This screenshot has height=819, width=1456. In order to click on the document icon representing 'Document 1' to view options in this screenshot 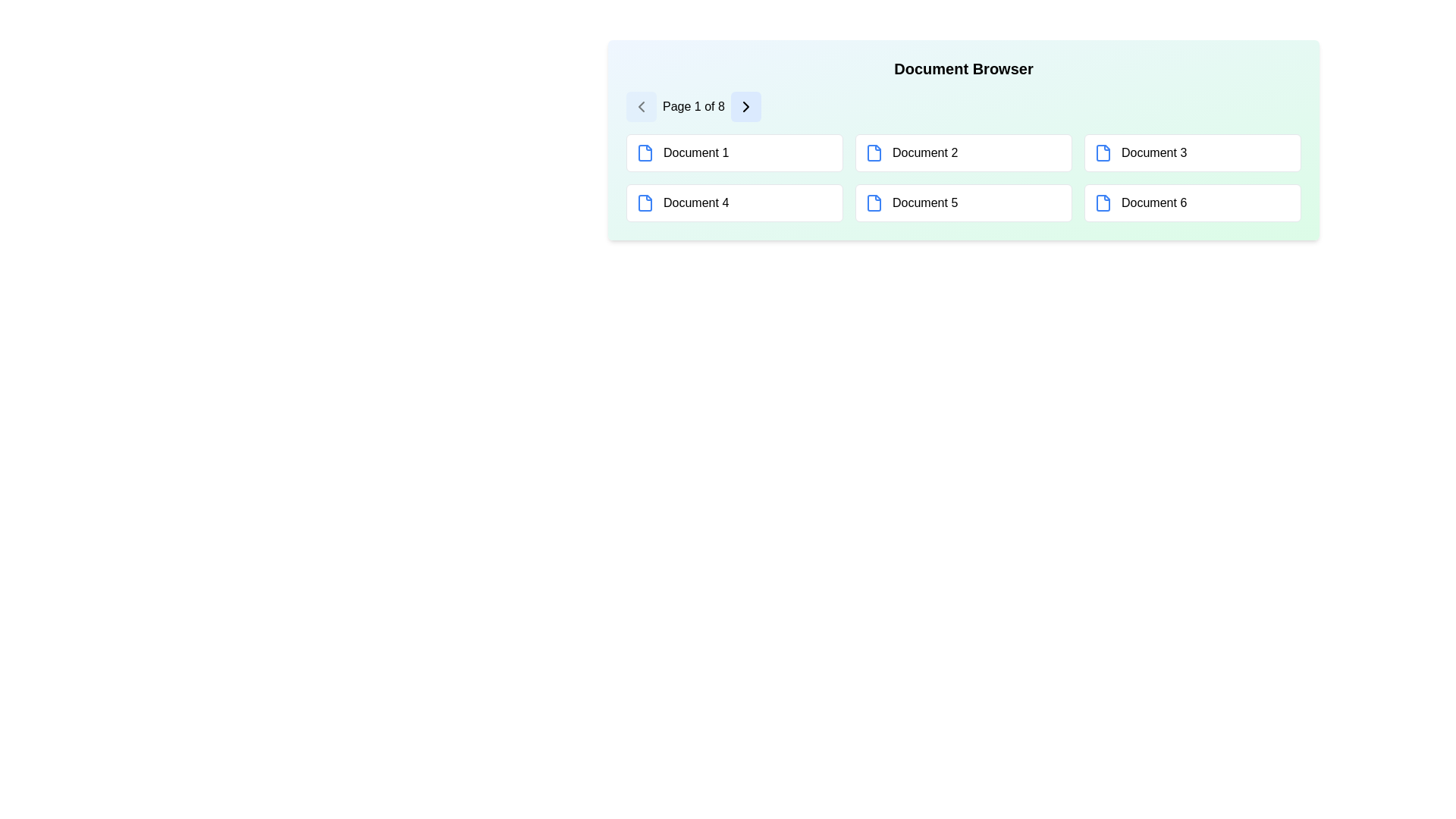, I will do `click(645, 152)`.